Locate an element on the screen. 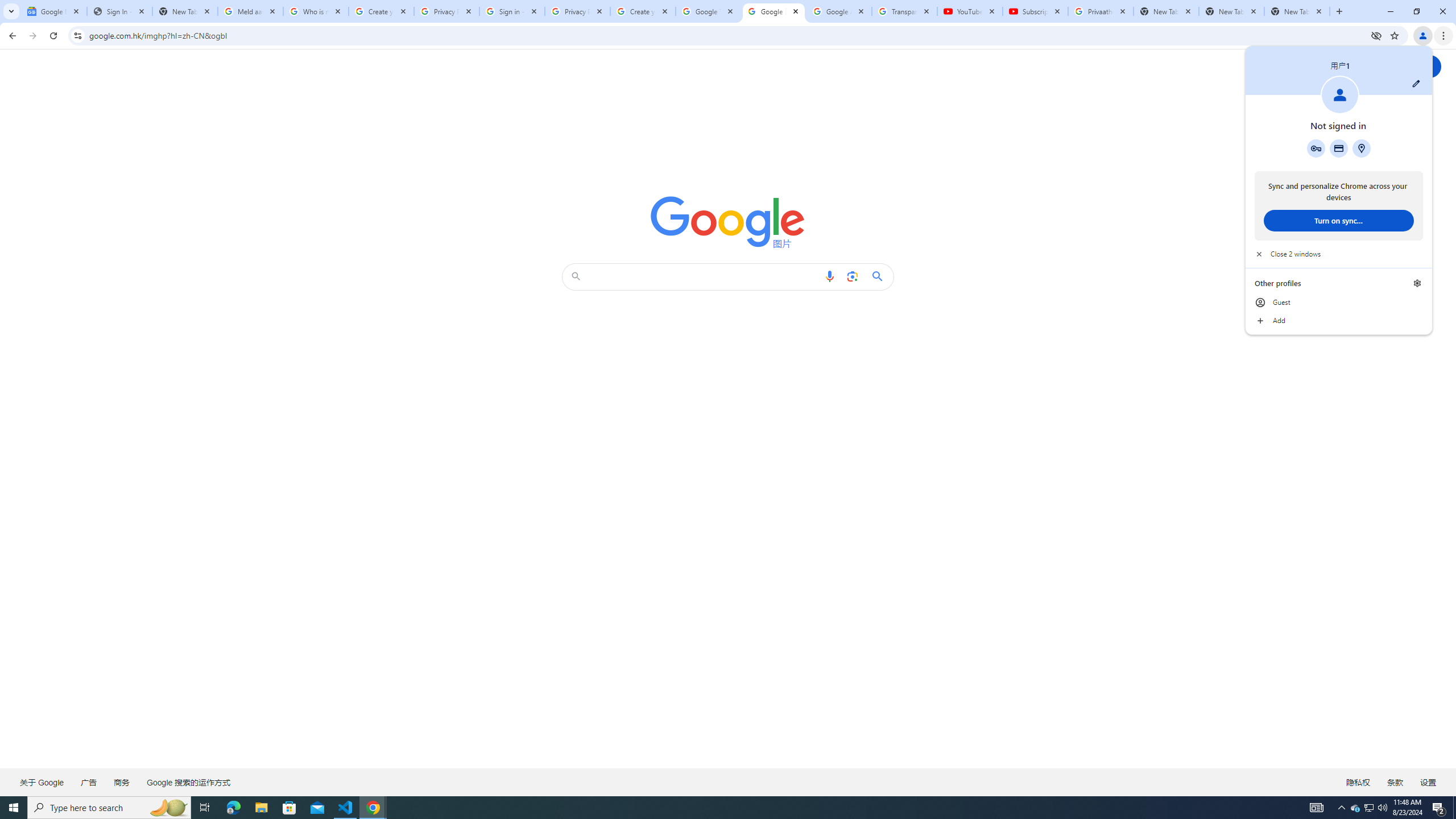  'Payment methods' is located at coordinates (1338, 148).